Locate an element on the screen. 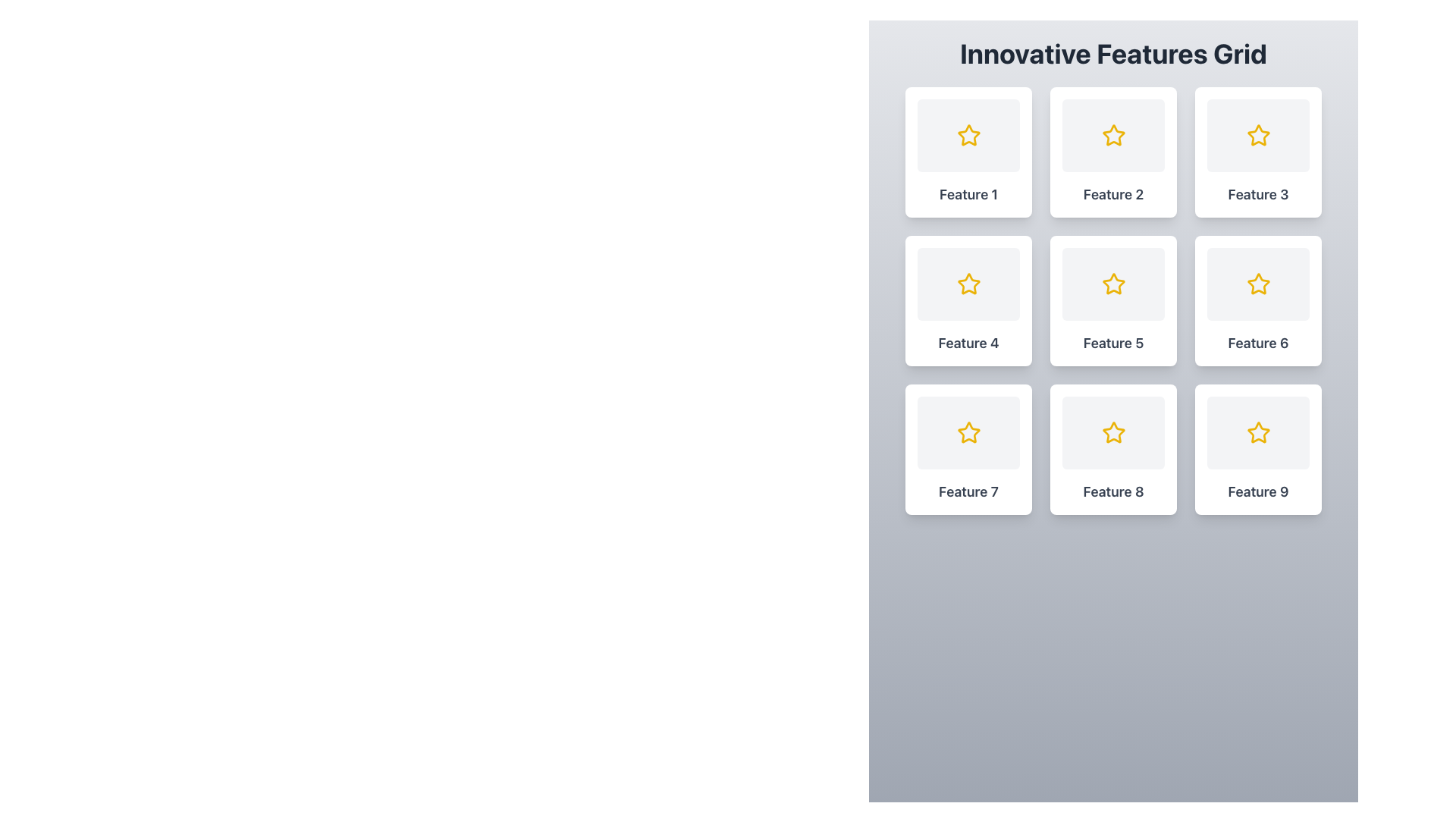  the star icon with a gold outline located at the center of the card labeled 'Feature 5' is located at coordinates (1113, 284).